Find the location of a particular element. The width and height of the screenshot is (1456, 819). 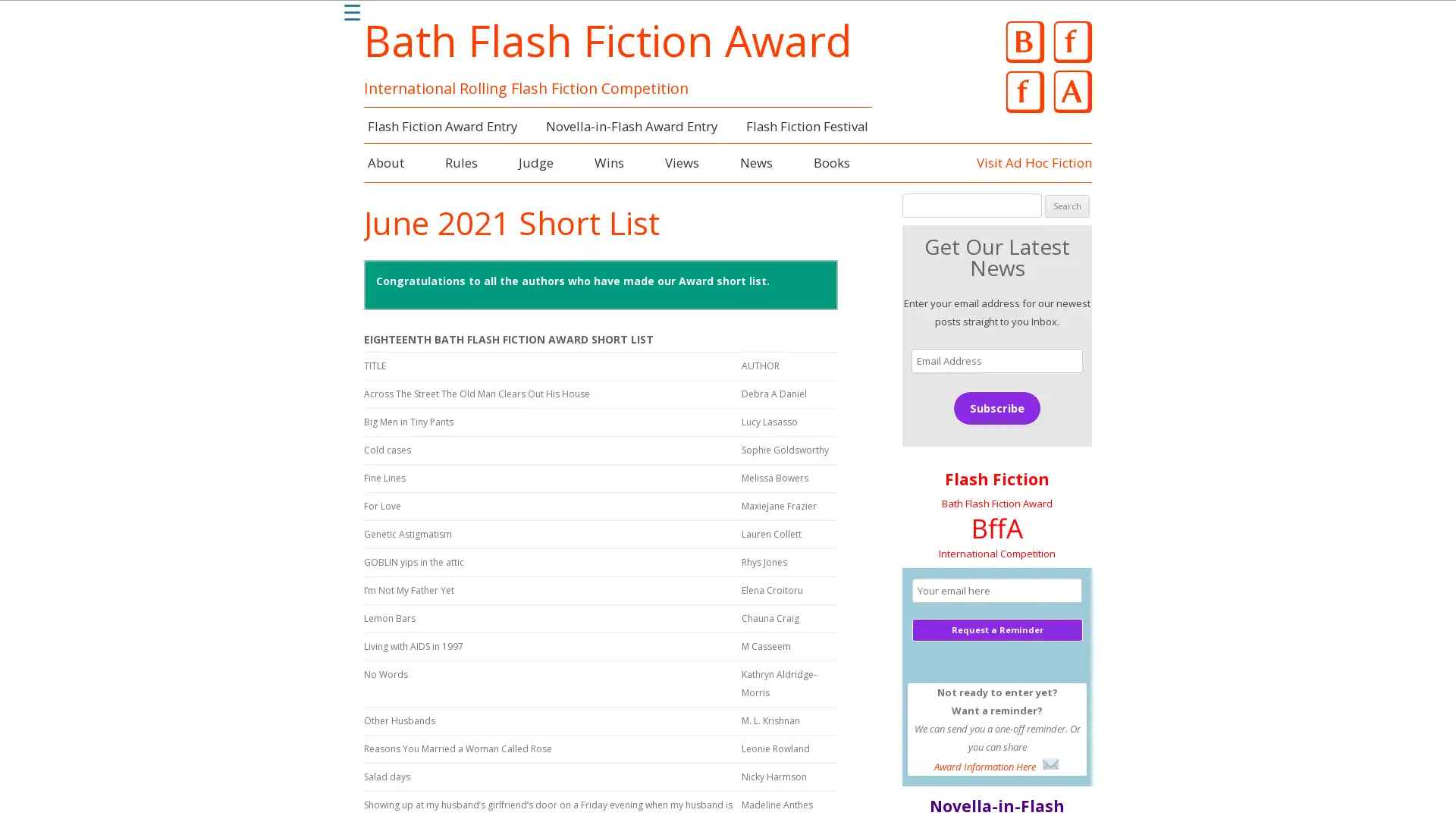

Subscribe is located at coordinates (996, 406).